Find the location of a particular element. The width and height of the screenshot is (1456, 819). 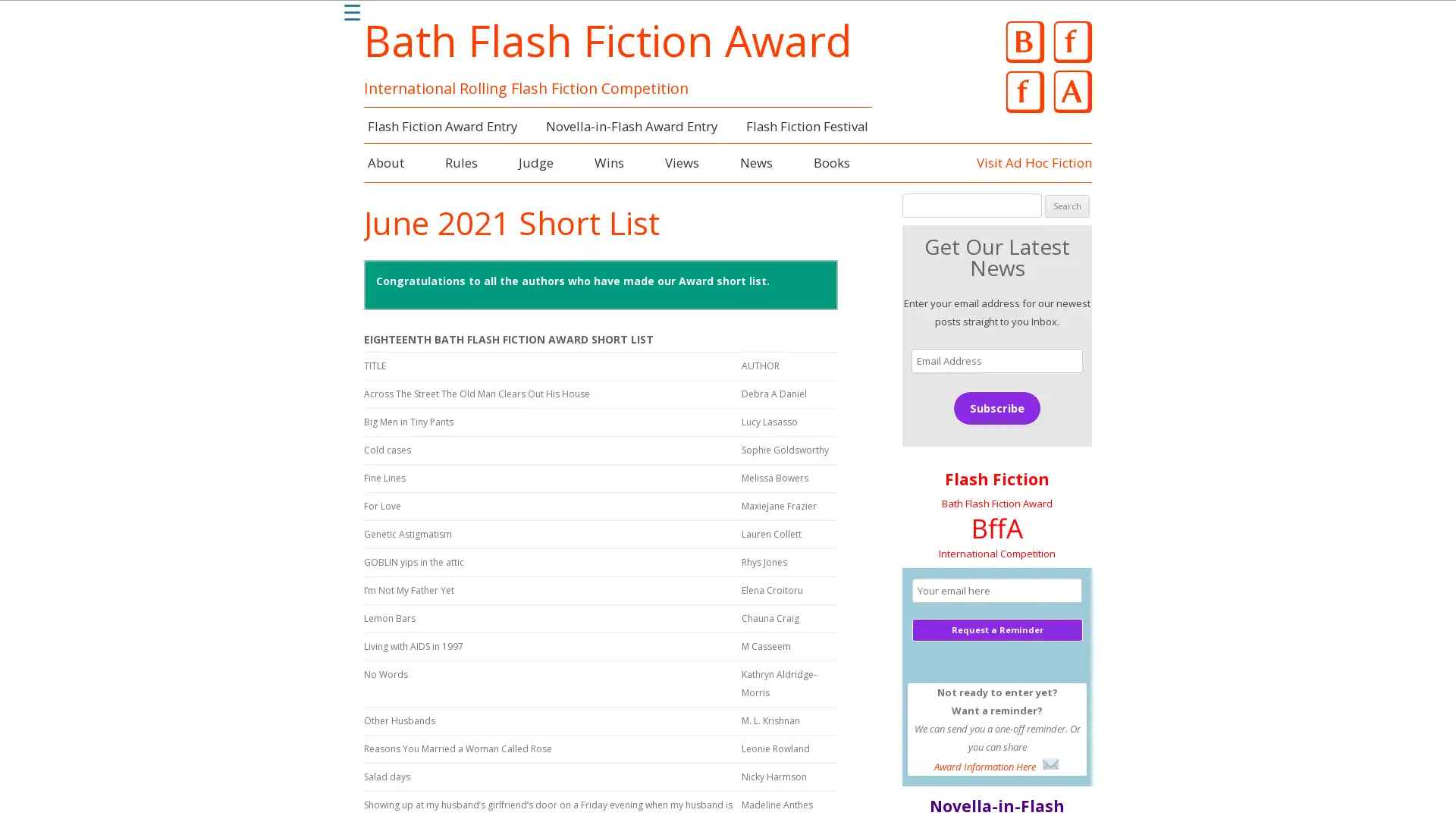

Subscribe is located at coordinates (996, 406).